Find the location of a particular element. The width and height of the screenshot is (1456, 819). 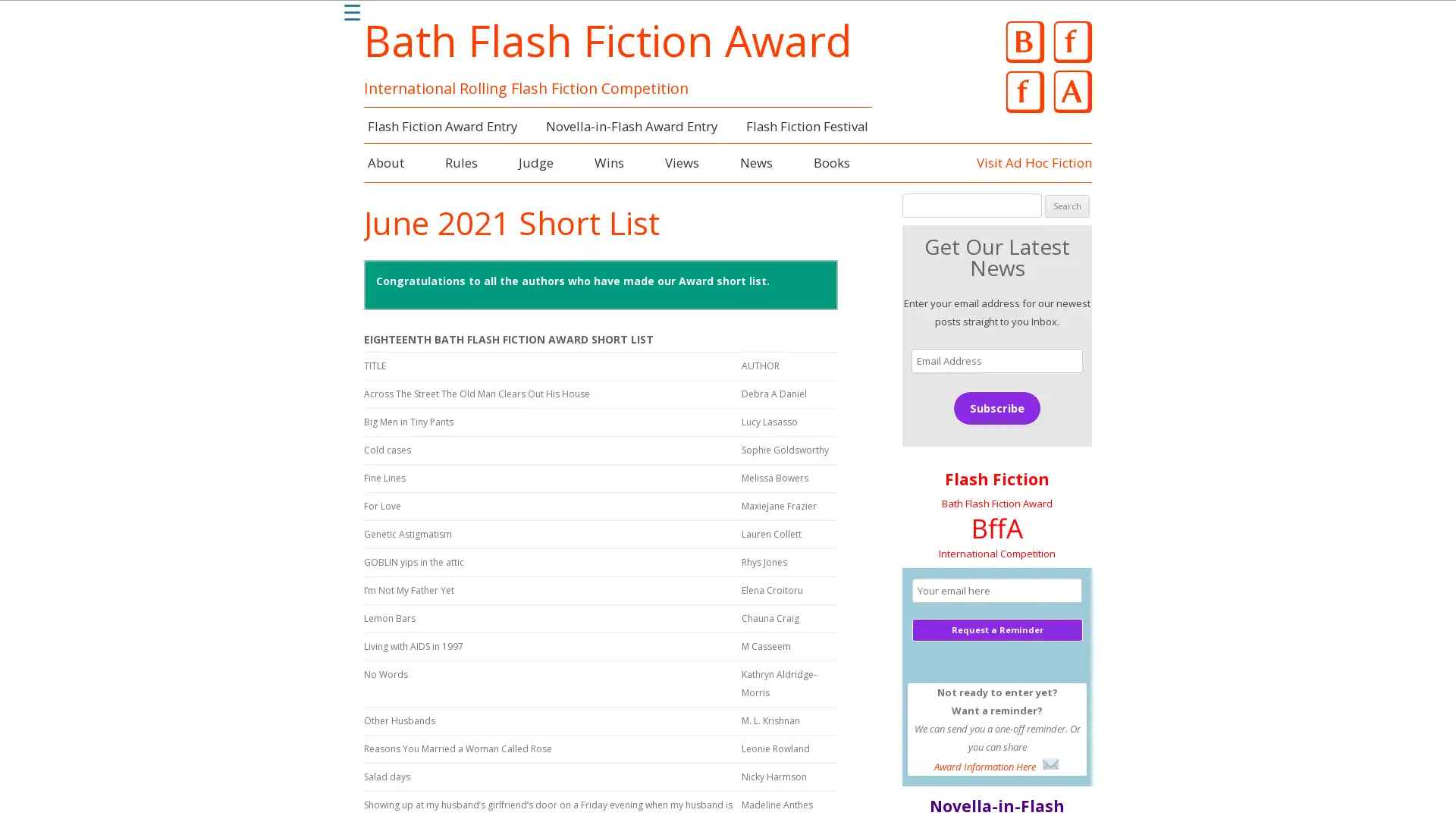

Subscribe is located at coordinates (996, 406).